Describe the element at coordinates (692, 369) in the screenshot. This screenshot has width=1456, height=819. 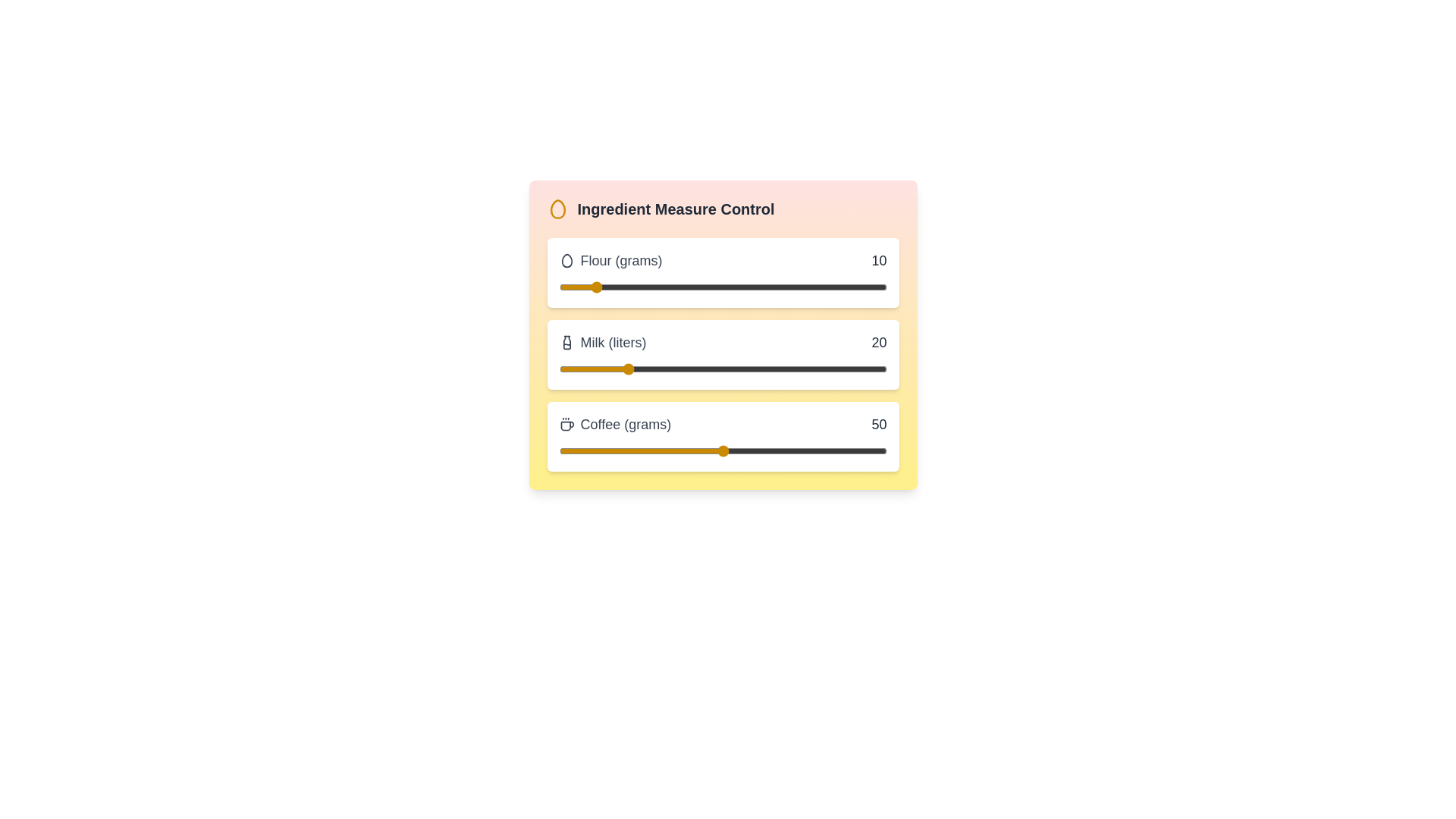
I see `the milk slider` at that location.